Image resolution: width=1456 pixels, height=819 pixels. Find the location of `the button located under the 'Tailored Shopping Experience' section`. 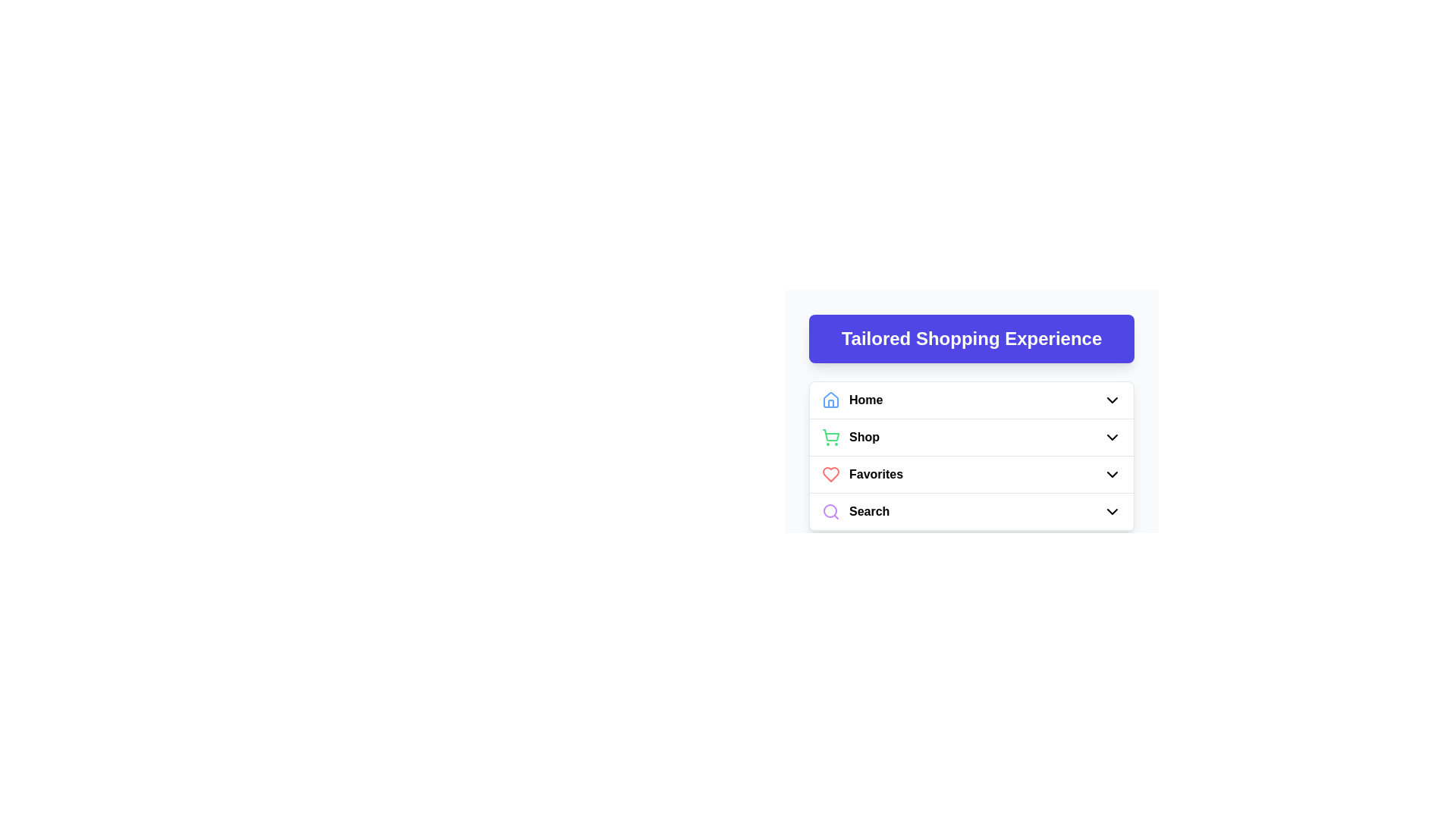

the button located under the 'Tailored Shopping Experience' section is located at coordinates (971, 512).